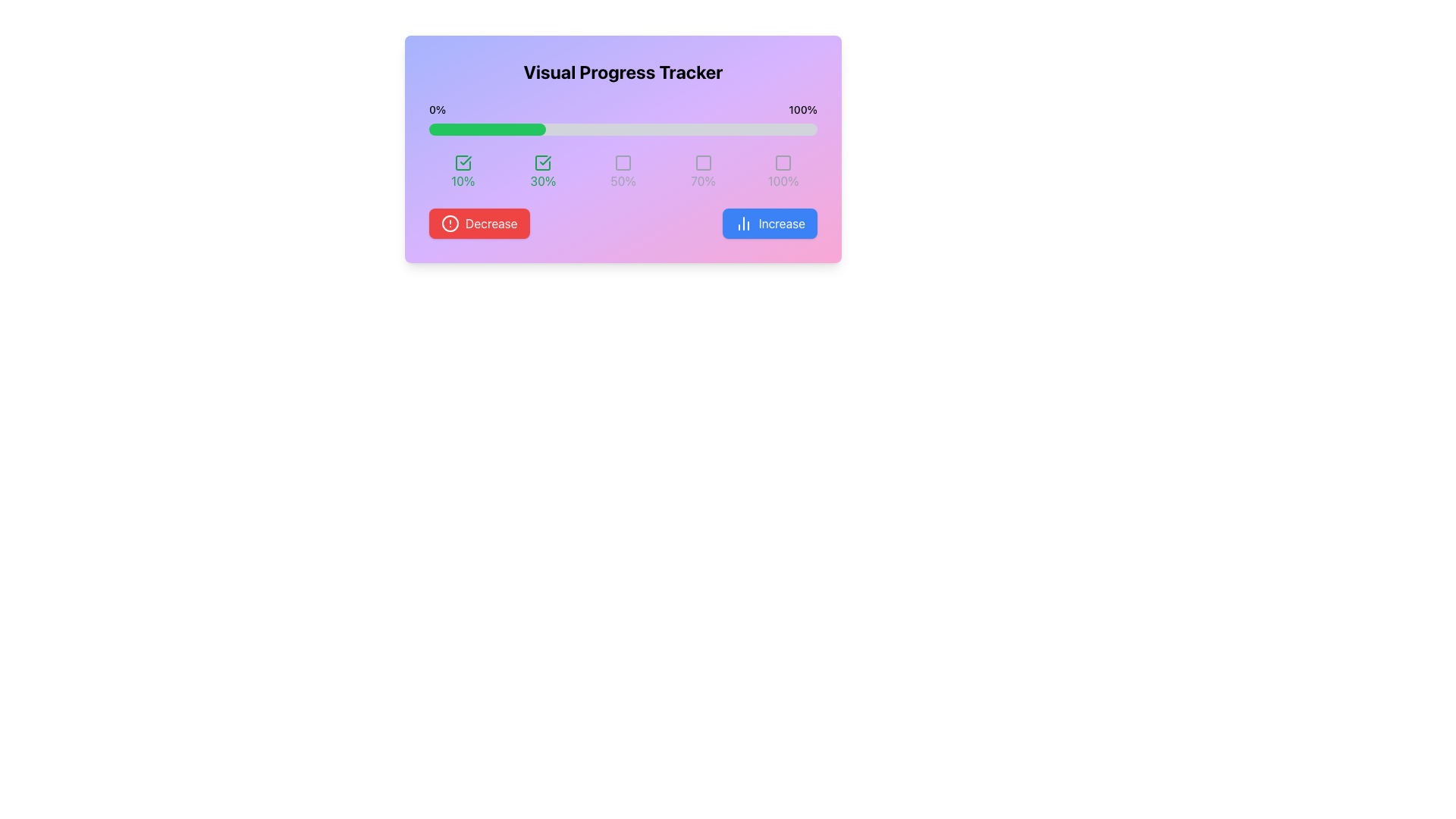  I want to click on the text label indicating a 10% progress level, which is positioned beneath the progress bar and is associated with a checkmark icon, so click(462, 180).